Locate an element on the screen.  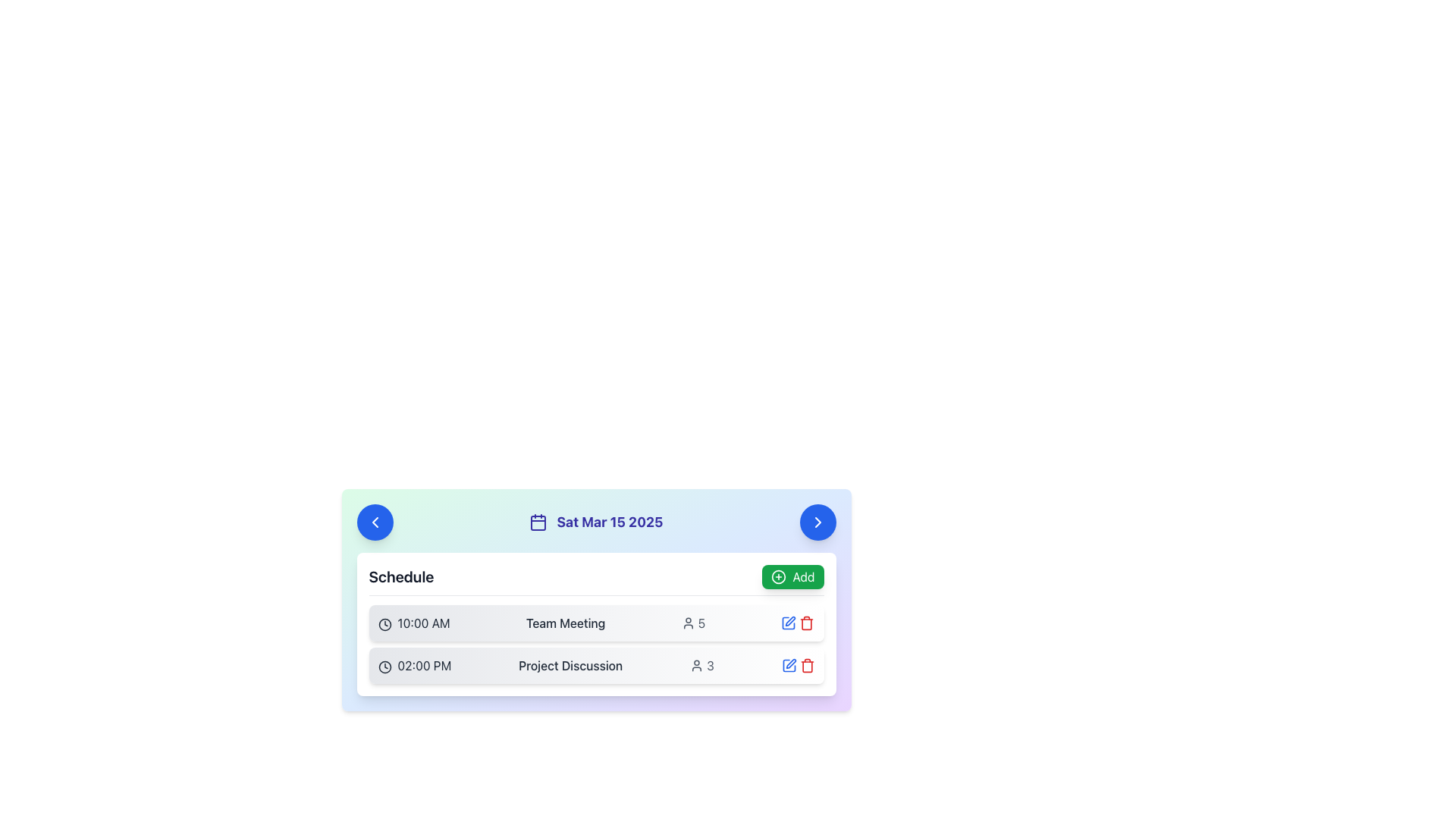
the blue edit icon located in the top-right corner of the 'Team Meeting' schedule row is located at coordinates (797, 623).